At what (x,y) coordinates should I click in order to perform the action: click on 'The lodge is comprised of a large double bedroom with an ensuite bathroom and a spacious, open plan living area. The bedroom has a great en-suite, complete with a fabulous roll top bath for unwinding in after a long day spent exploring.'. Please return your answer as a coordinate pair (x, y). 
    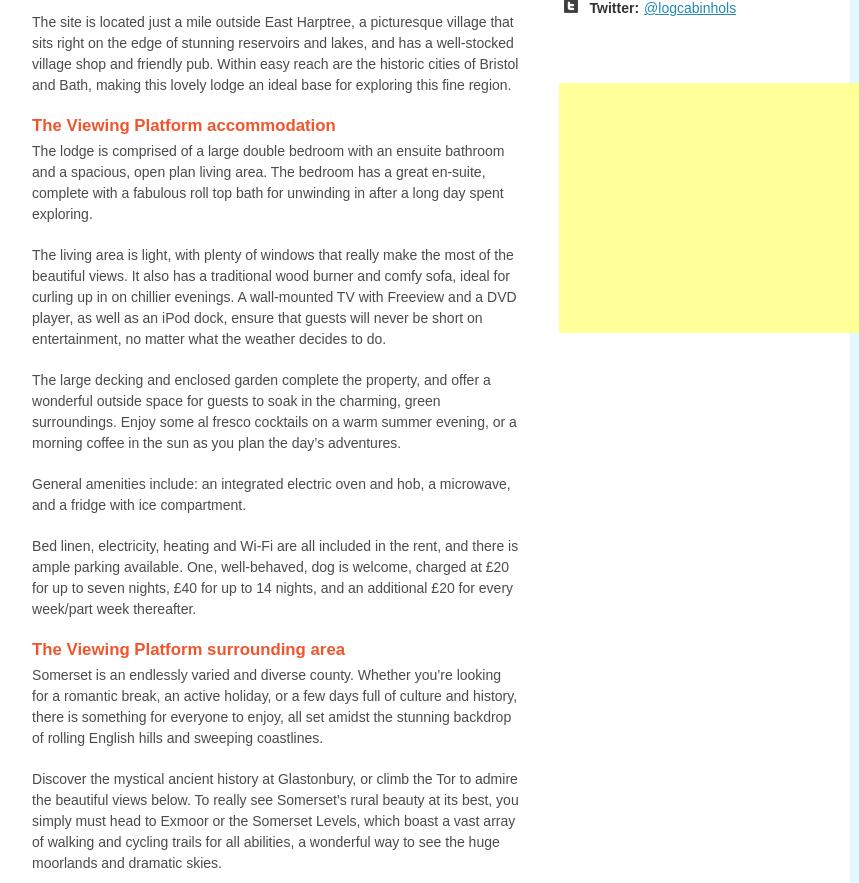
    Looking at the image, I should click on (267, 181).